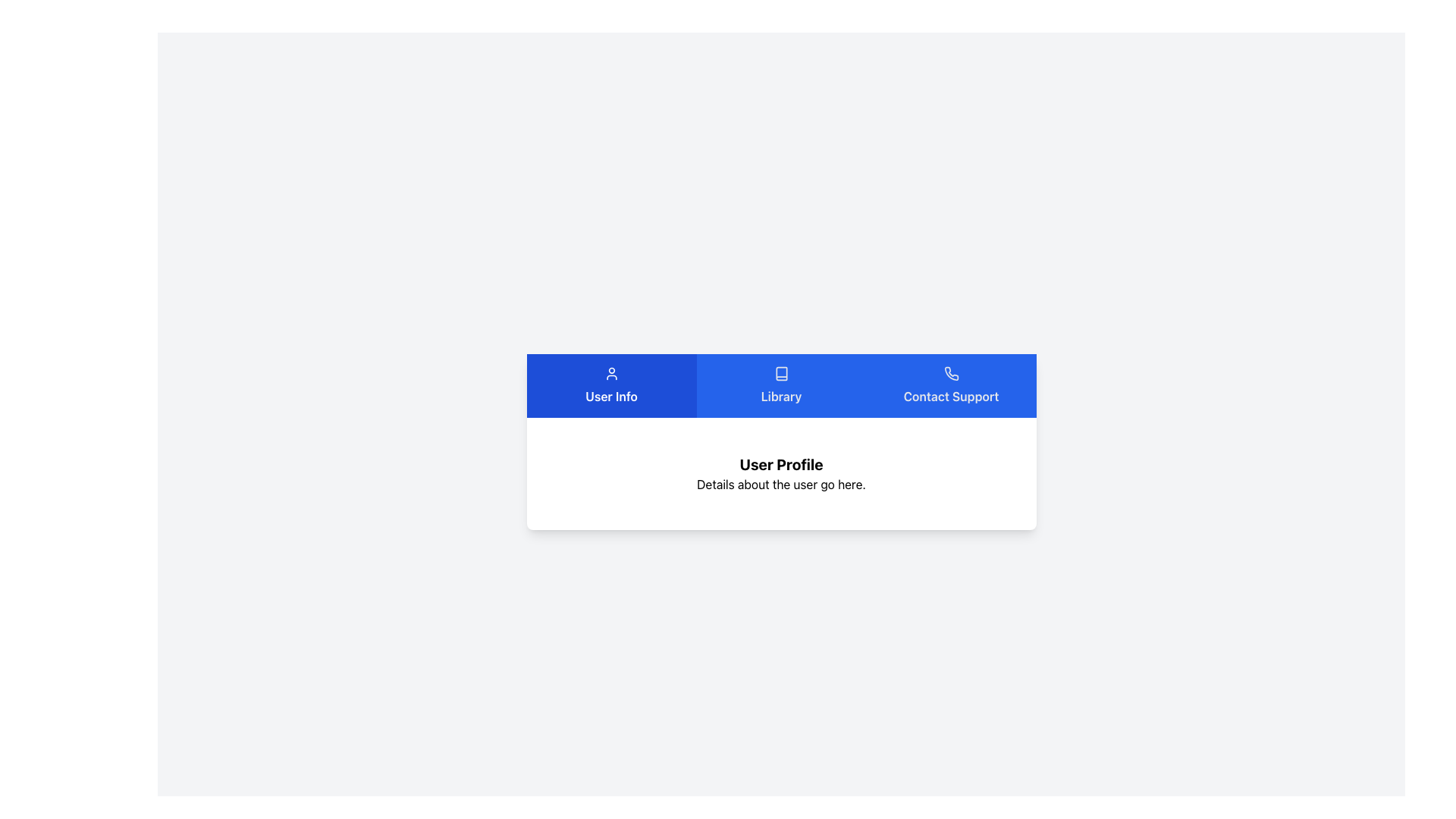  I want to click on the user profile icon located in the top navigation bar, so click(611, 374).